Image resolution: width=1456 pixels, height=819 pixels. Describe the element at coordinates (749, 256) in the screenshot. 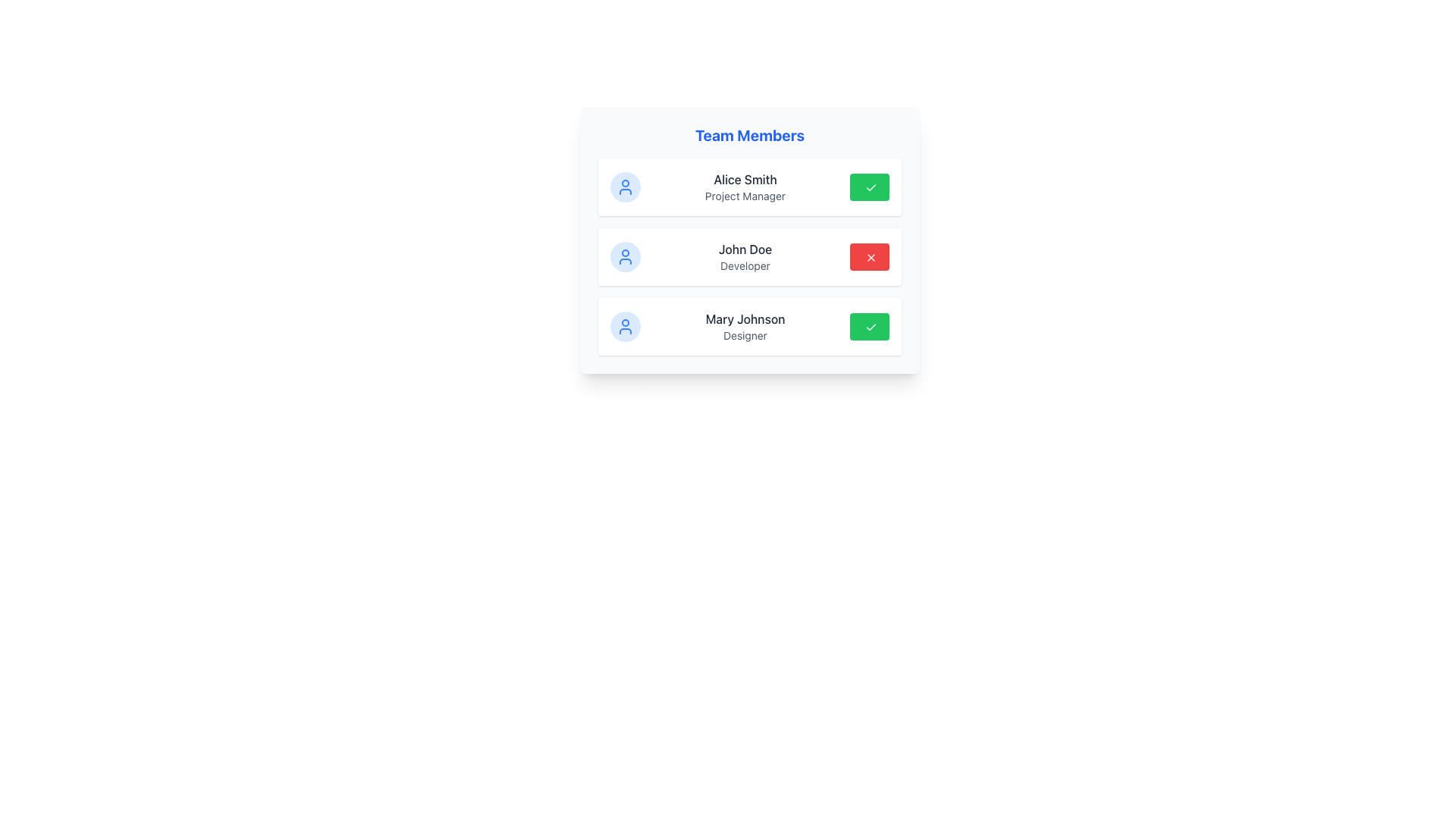

I see `the second team member list item in the 'Team Members' panel, which is positioned between Alice Smith and Mary Johnson` at that location.